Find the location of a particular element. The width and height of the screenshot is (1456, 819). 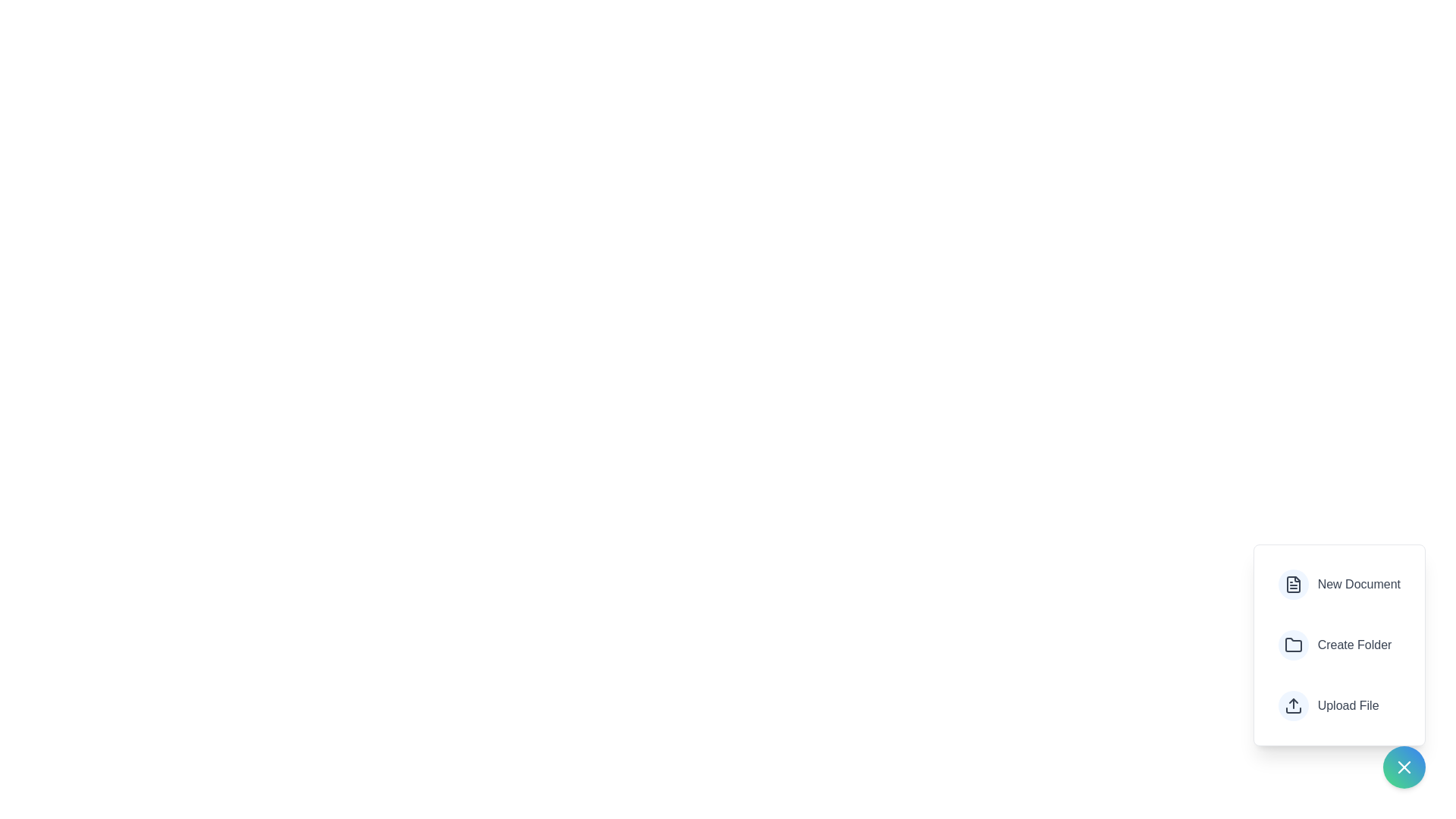

the menu option New Document by clicking on it is located at coordinates (1339, 584).